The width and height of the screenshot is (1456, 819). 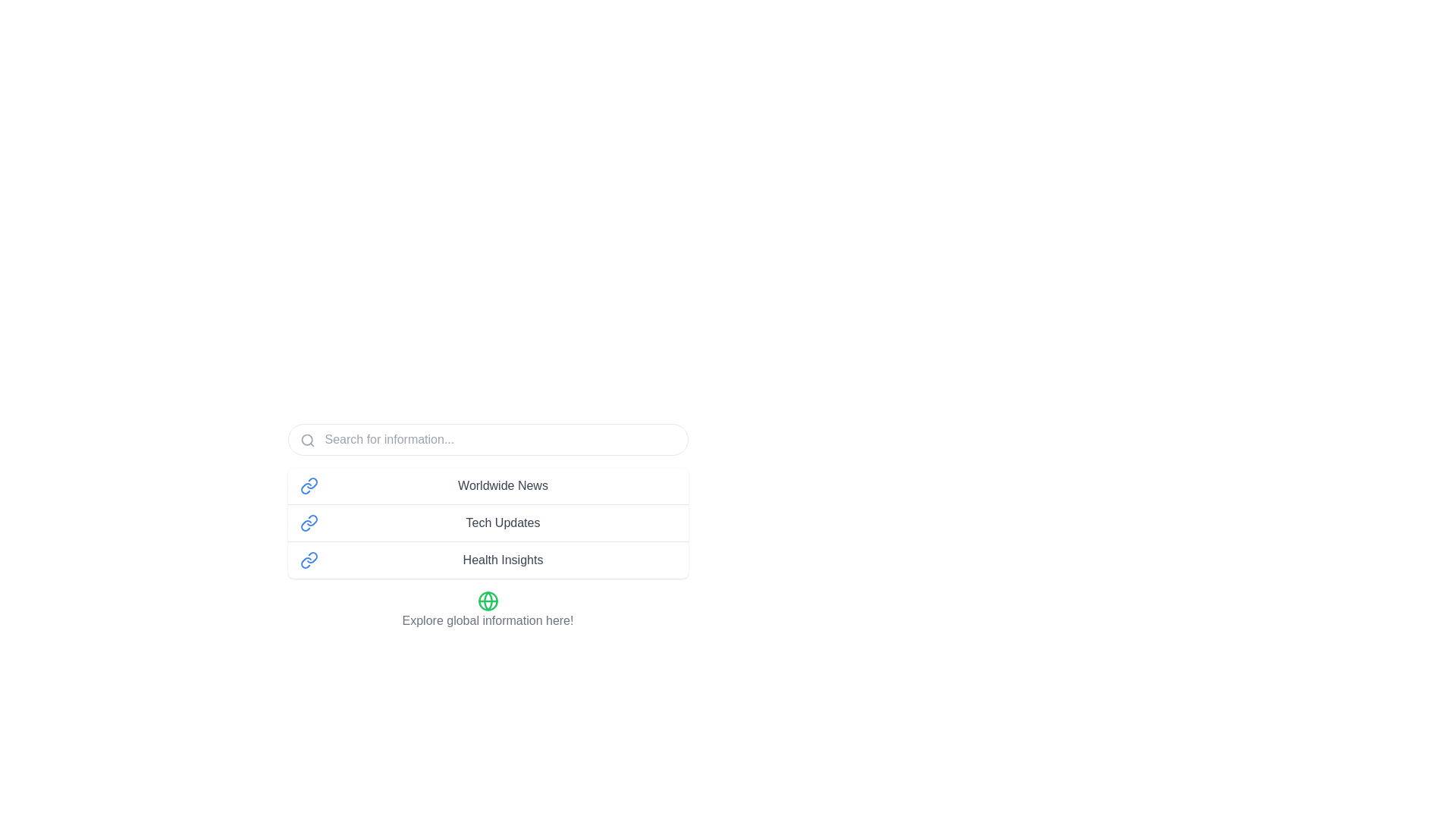 I want to click on the circular globe icon, which is centrally positioned above the text 'Explore global information here!', so click(x=488, y=601).